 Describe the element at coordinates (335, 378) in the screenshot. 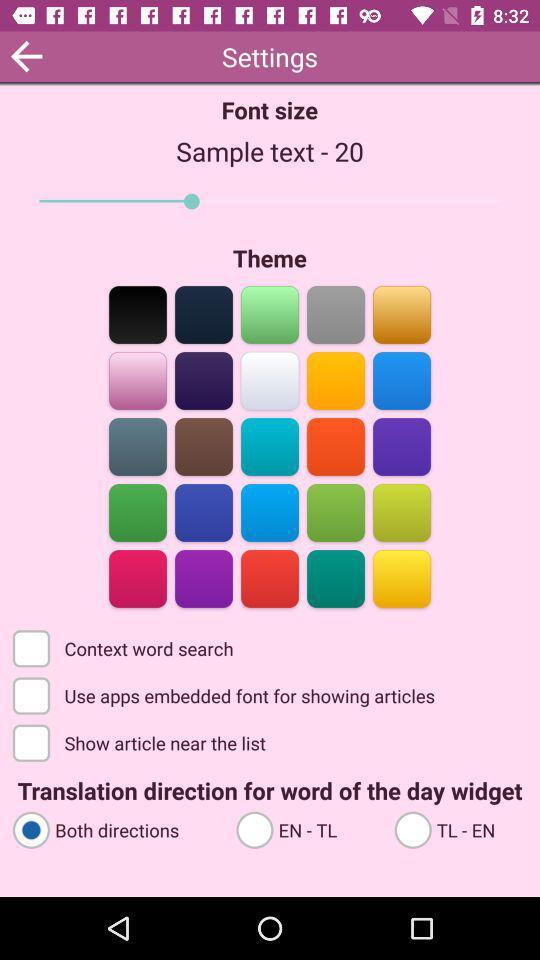

I see `choose this color` at that location.